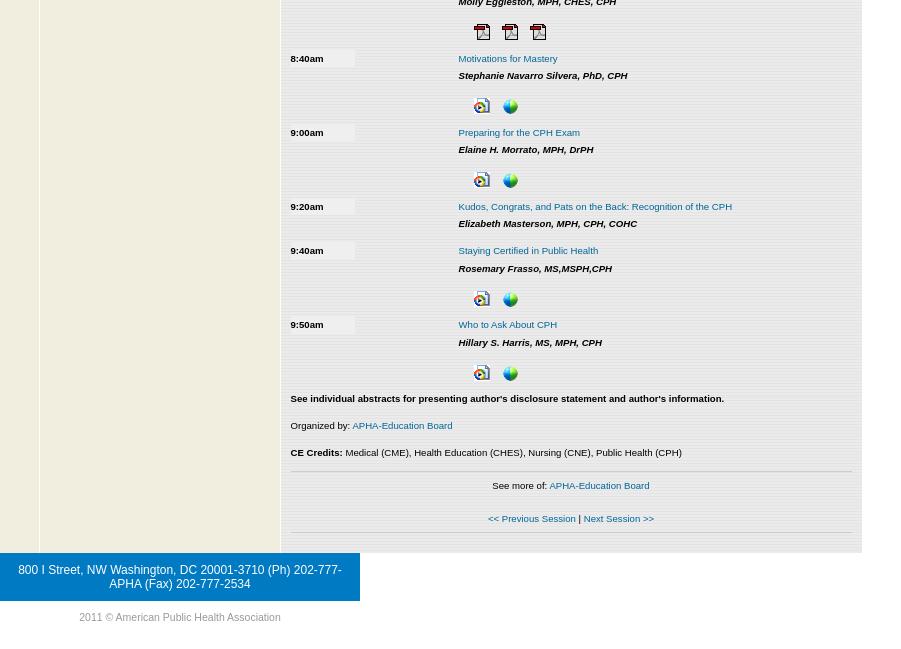  What do you see at coordinates (530, 517) in the screenshot?
I see `'<< Previous Session'` at bounding box center [530, 517].